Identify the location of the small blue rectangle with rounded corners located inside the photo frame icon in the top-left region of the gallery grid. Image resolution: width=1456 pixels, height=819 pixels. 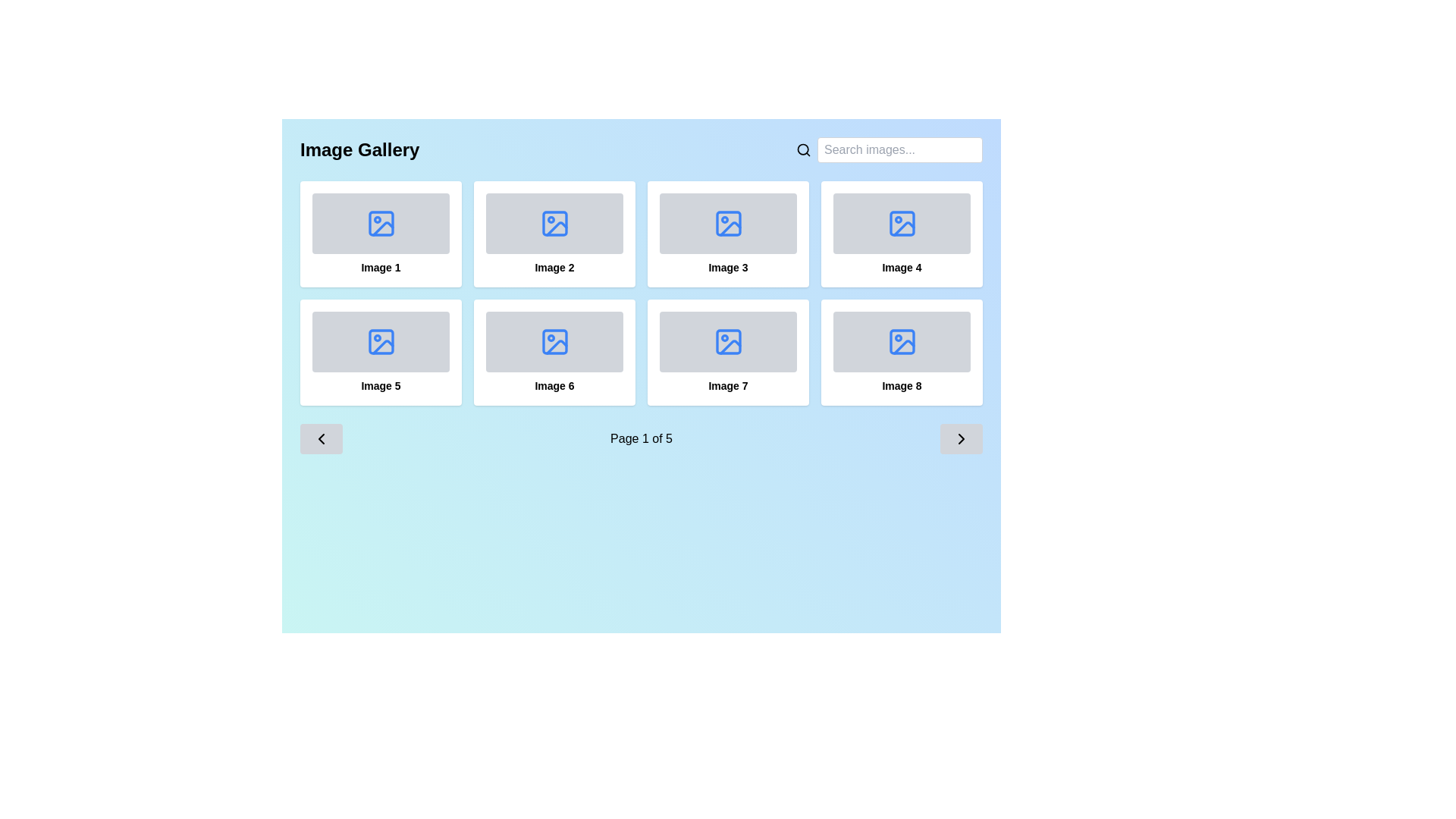
(381, 223).